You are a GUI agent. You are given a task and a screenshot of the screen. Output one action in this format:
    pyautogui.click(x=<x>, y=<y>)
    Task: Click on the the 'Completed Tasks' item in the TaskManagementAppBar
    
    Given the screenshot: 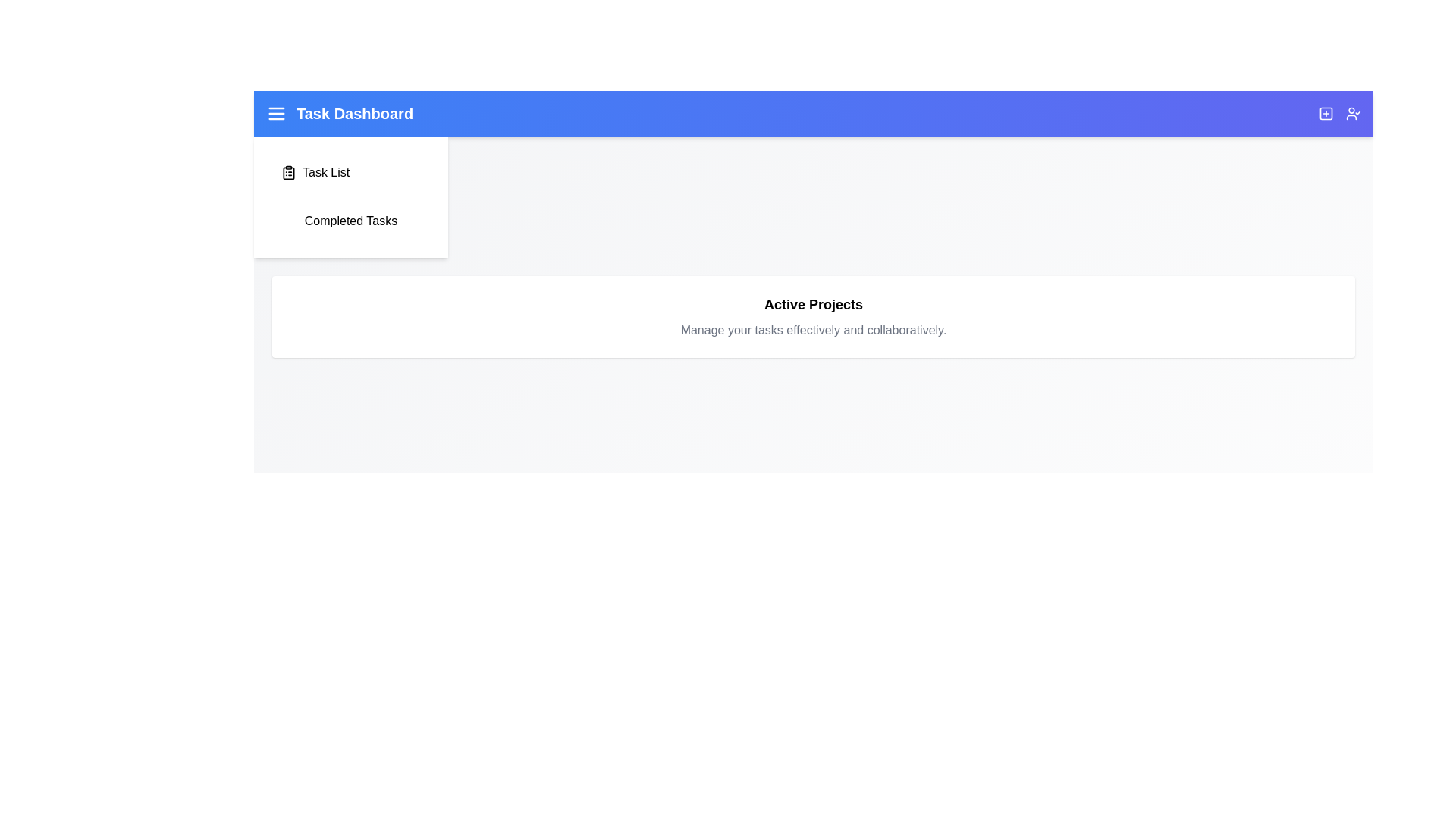 What is the action you would take?
    pyautogui.click(x=350, y=221)
    